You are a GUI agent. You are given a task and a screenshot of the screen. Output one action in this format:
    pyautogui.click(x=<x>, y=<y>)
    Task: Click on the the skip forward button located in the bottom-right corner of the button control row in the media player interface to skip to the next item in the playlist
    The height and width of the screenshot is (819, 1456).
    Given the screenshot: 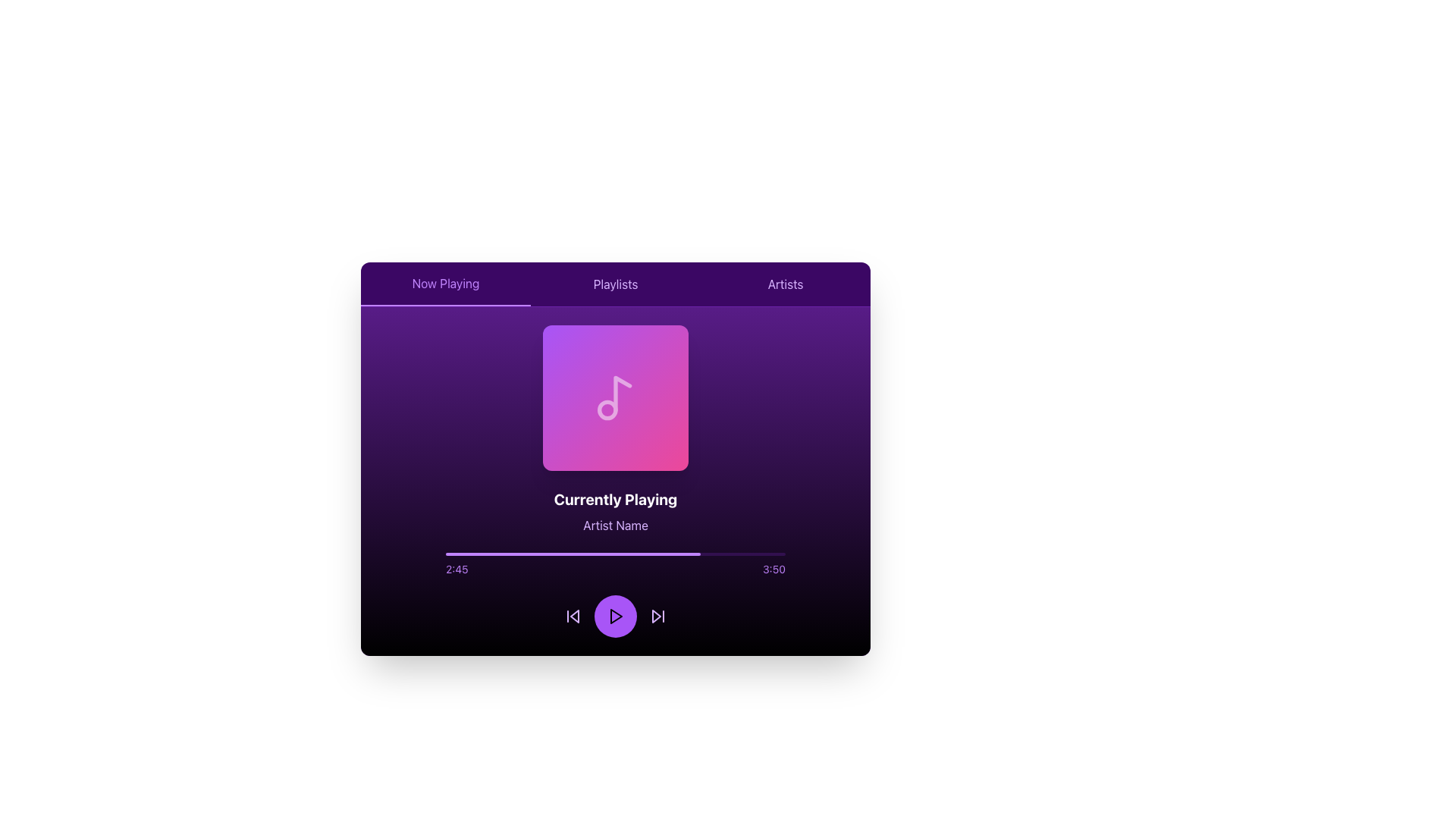 What is the action you would take?
    pyautogui.click(x=658, y=617)
    